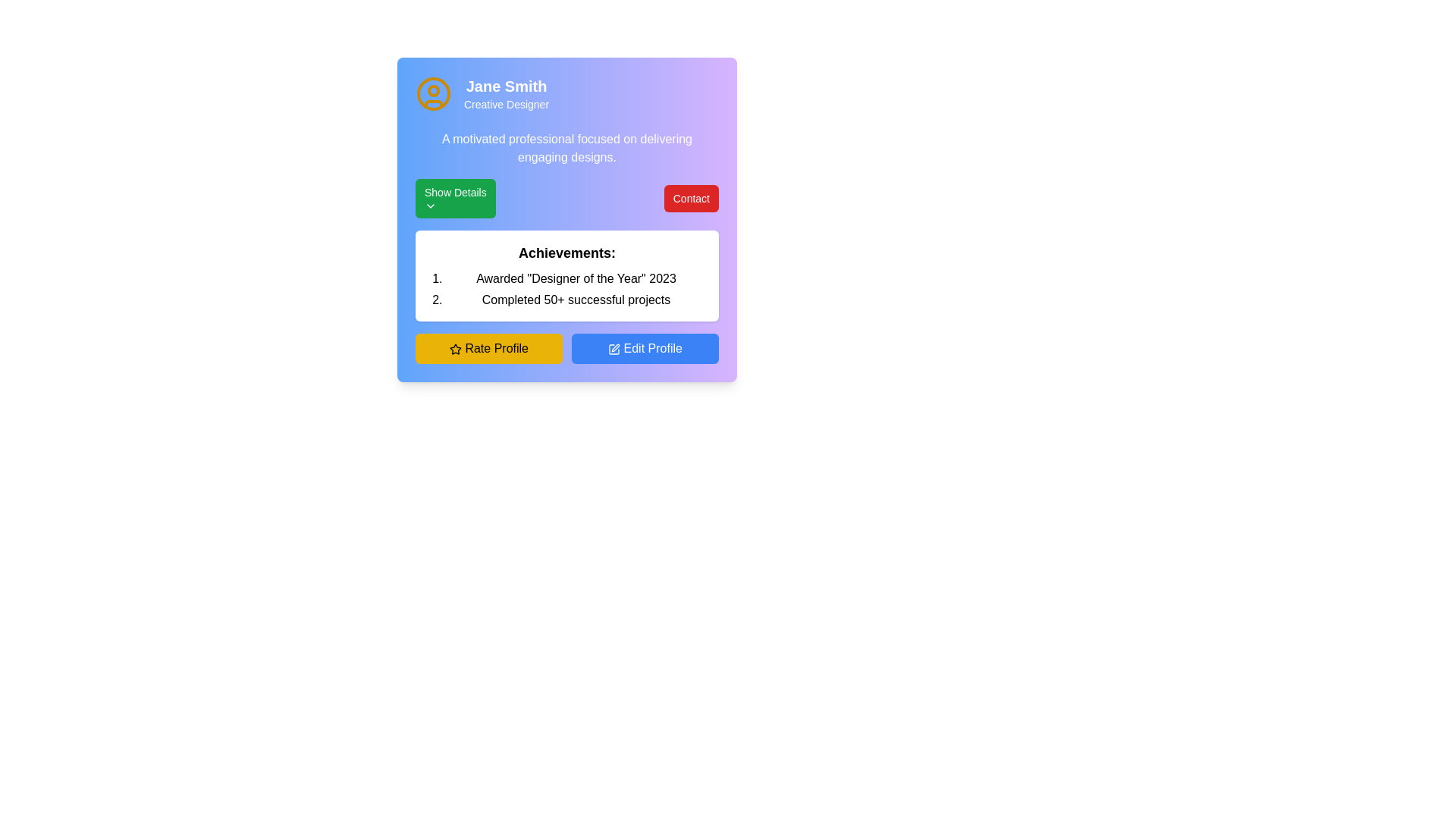 The image size is (1456, 819). What do you see at coordinates (506, 93) in the screenshot?
I see `the 'Jane Smith' text label, which is styled in bold and larger font above the smaller 'Creative Designer' text, centered against a light blue background` at bounding box center [506, 93].